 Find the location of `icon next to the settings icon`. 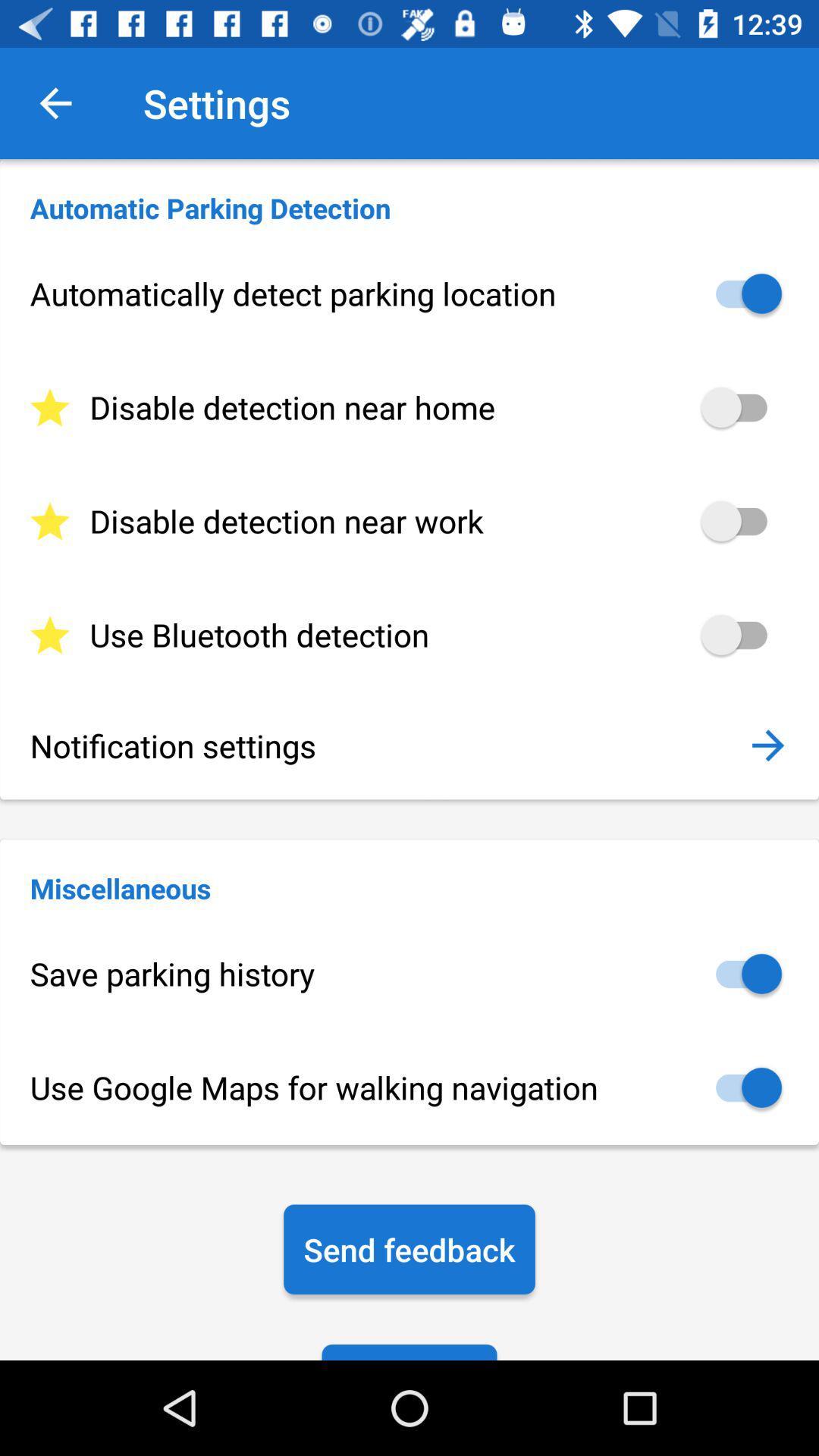

icon next to the settings icon is located at coordinates (55, 102).